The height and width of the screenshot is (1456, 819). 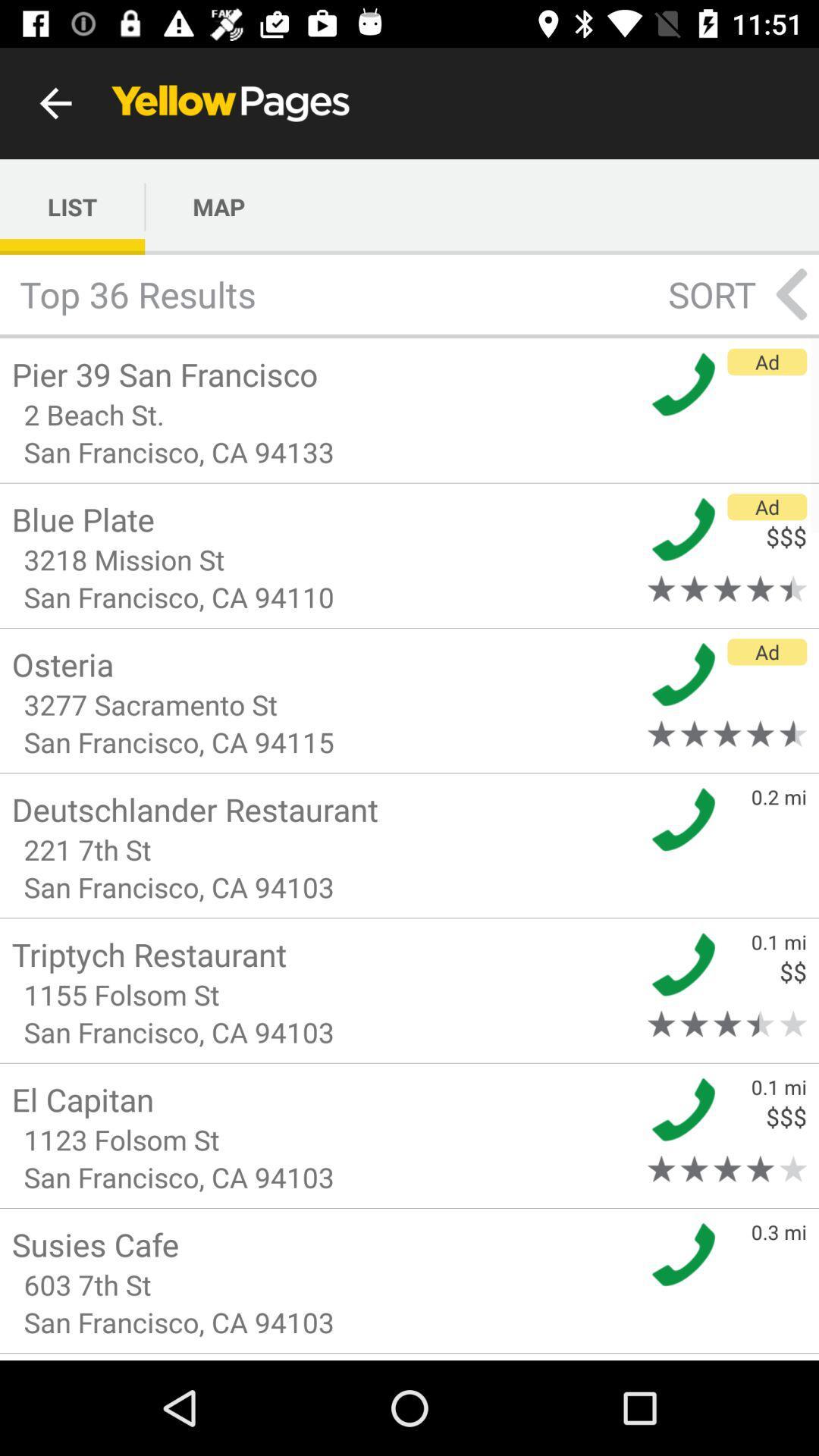 What do you see at coordinates (791, 294) in the screenshot?
I see `the arrow_backward icon` at bounding box center [791, 294].